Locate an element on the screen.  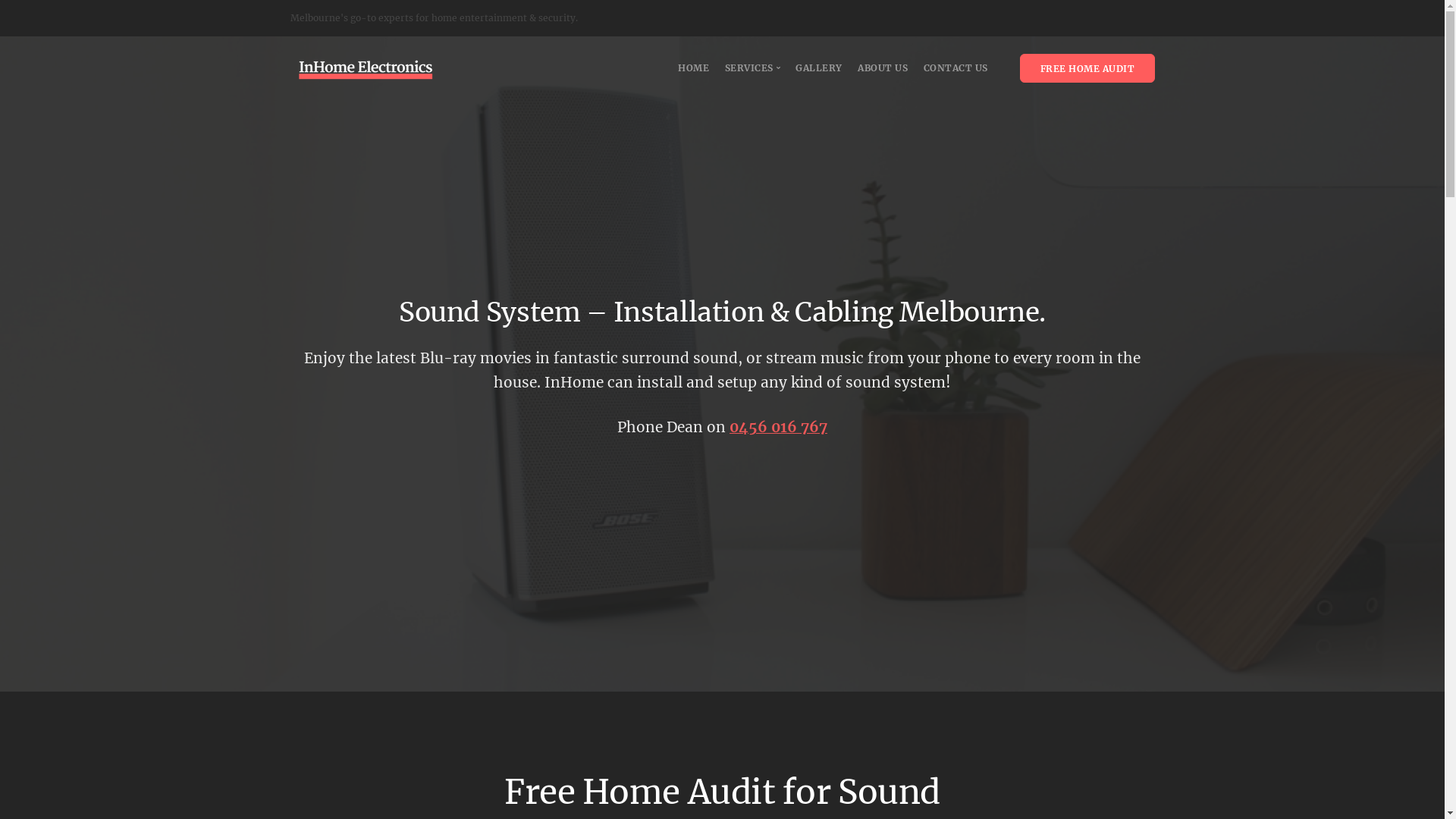
'FREE HOME AUDIT' is located at coordinates (1086, 67).